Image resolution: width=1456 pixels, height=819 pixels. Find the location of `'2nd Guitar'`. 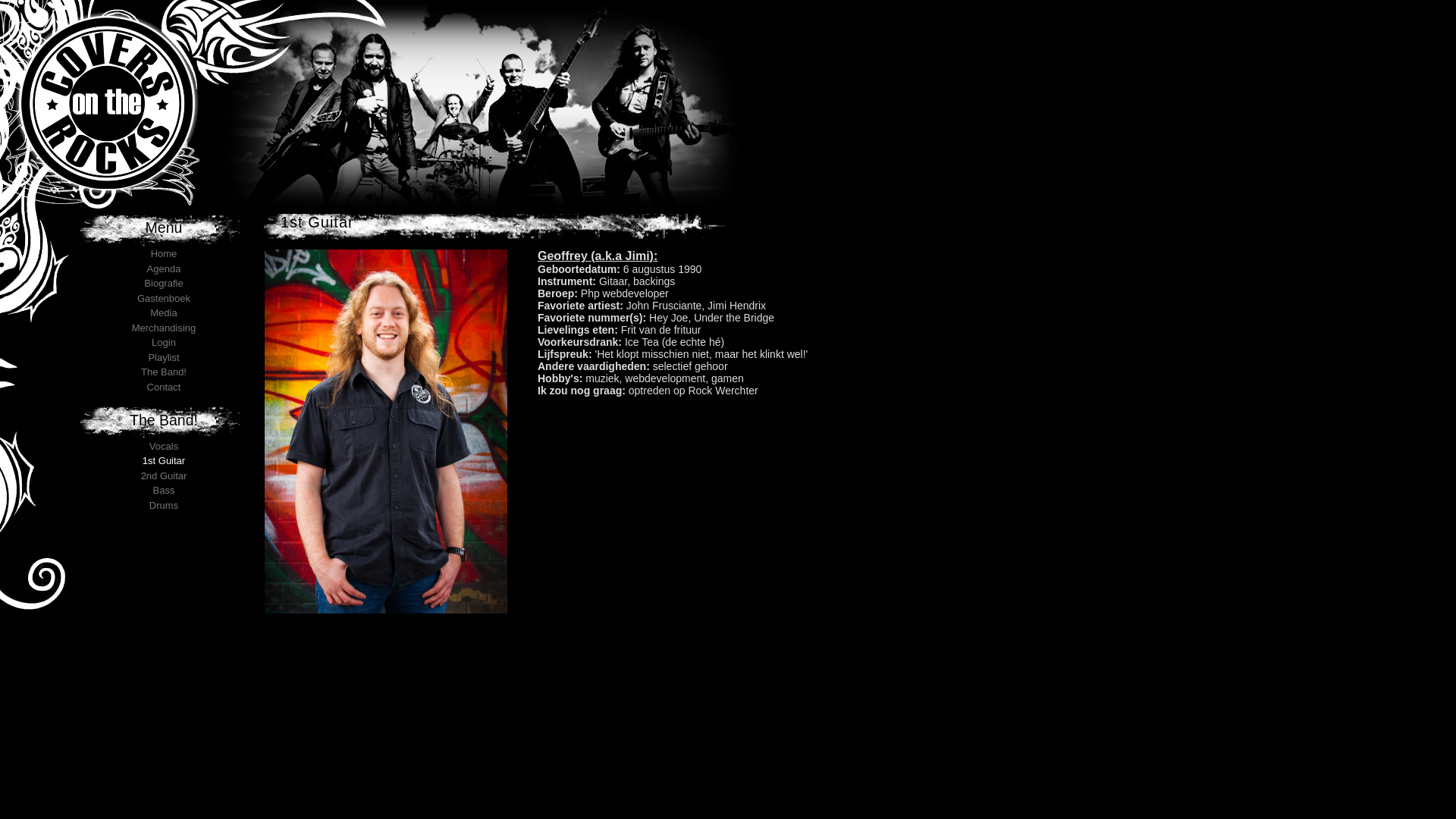

'2nd Guitar' is located at coordinates (141, 475).